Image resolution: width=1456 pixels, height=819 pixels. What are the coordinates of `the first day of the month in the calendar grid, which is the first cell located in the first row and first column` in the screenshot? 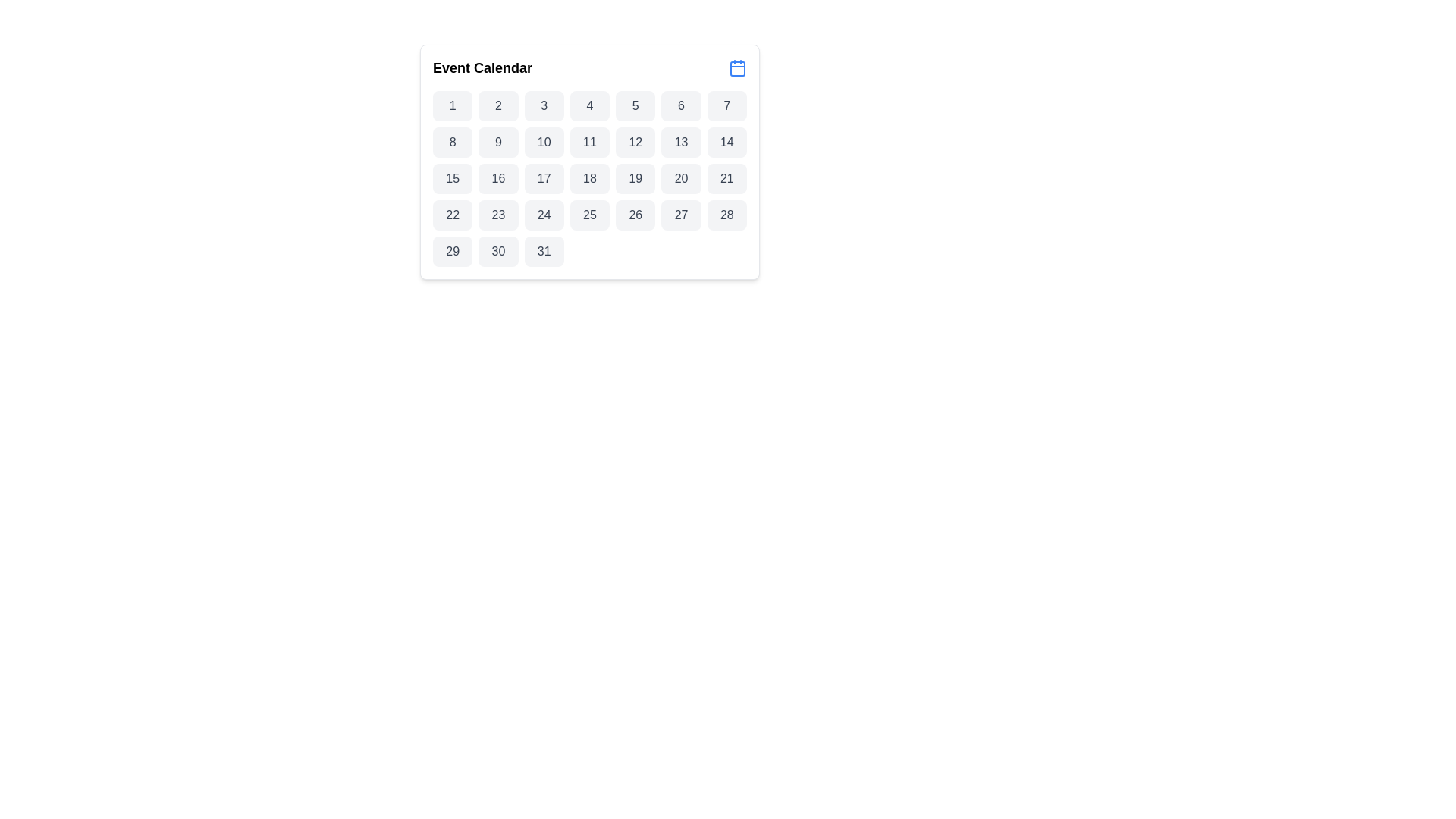 It's located at (452, 105).